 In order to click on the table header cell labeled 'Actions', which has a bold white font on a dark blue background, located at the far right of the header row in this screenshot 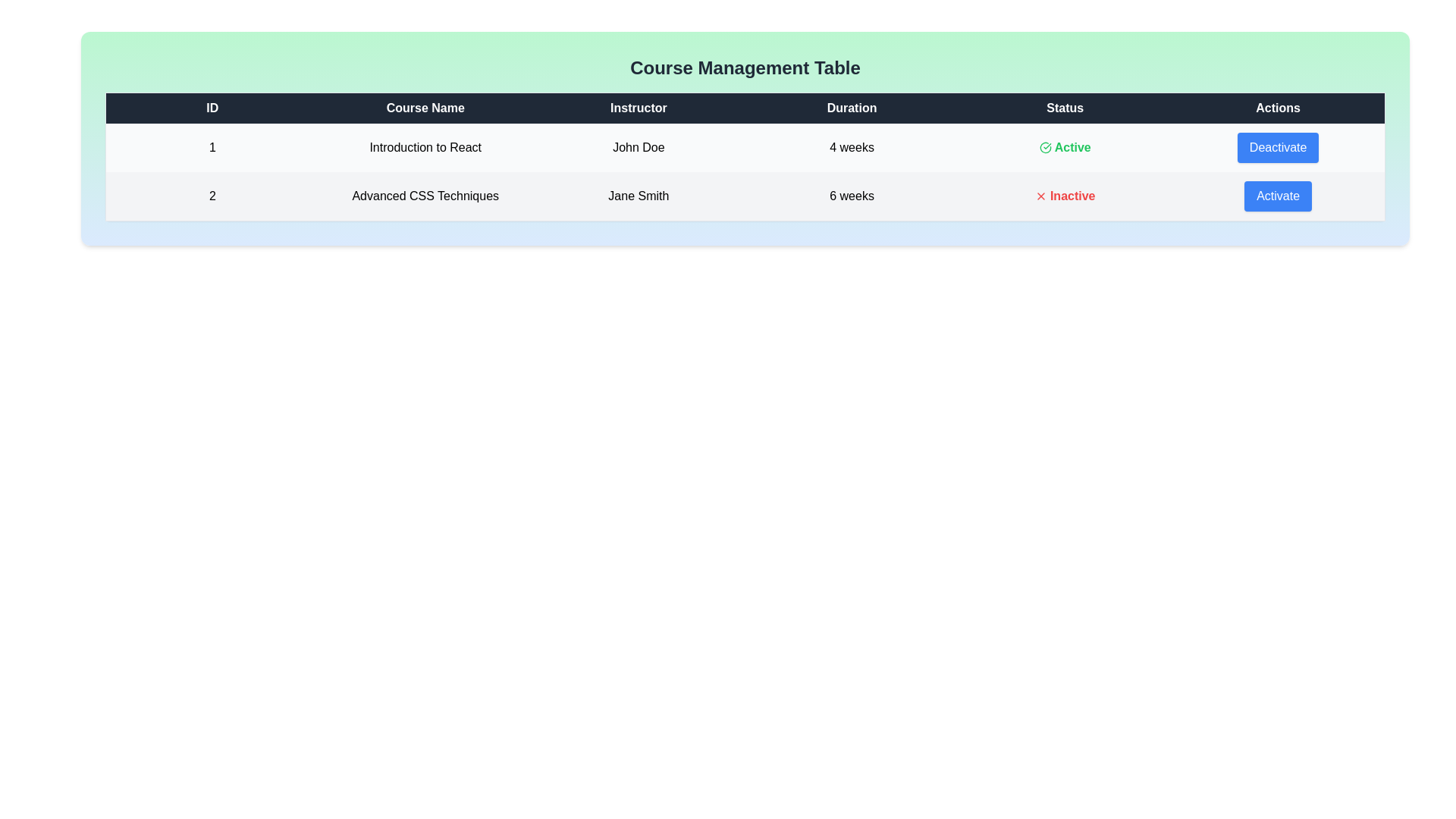, I will do `click(1277, 107)`.